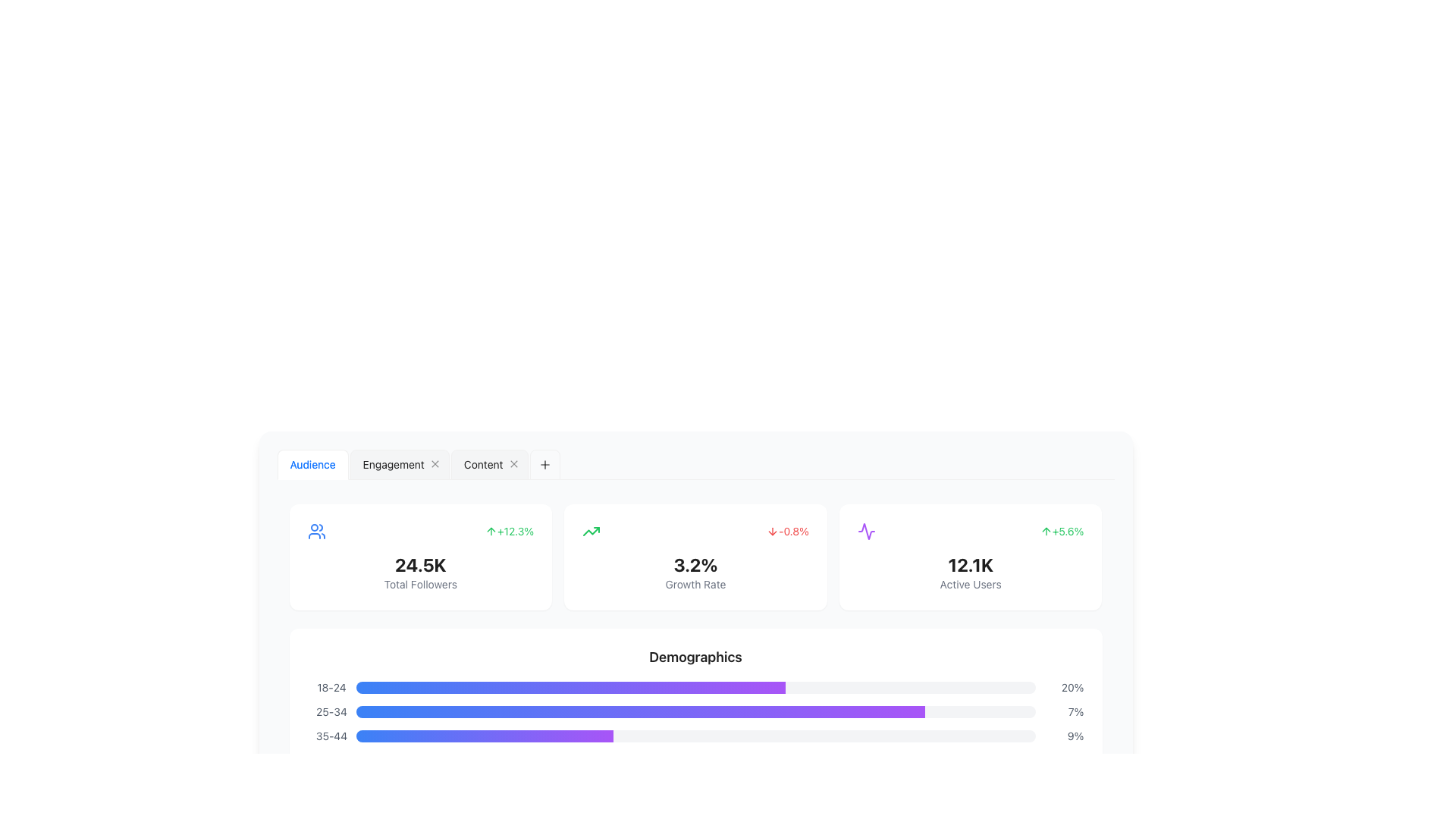 Image resolution: width=1456 pixels, height=819 pixels. What do you see at coordinates (420, 564) in the screenshot?
I see `the Label element displaying '24.5K', which is styled in bold and large font, indicating 'Total Followers'` at bounding box center [420, 564].